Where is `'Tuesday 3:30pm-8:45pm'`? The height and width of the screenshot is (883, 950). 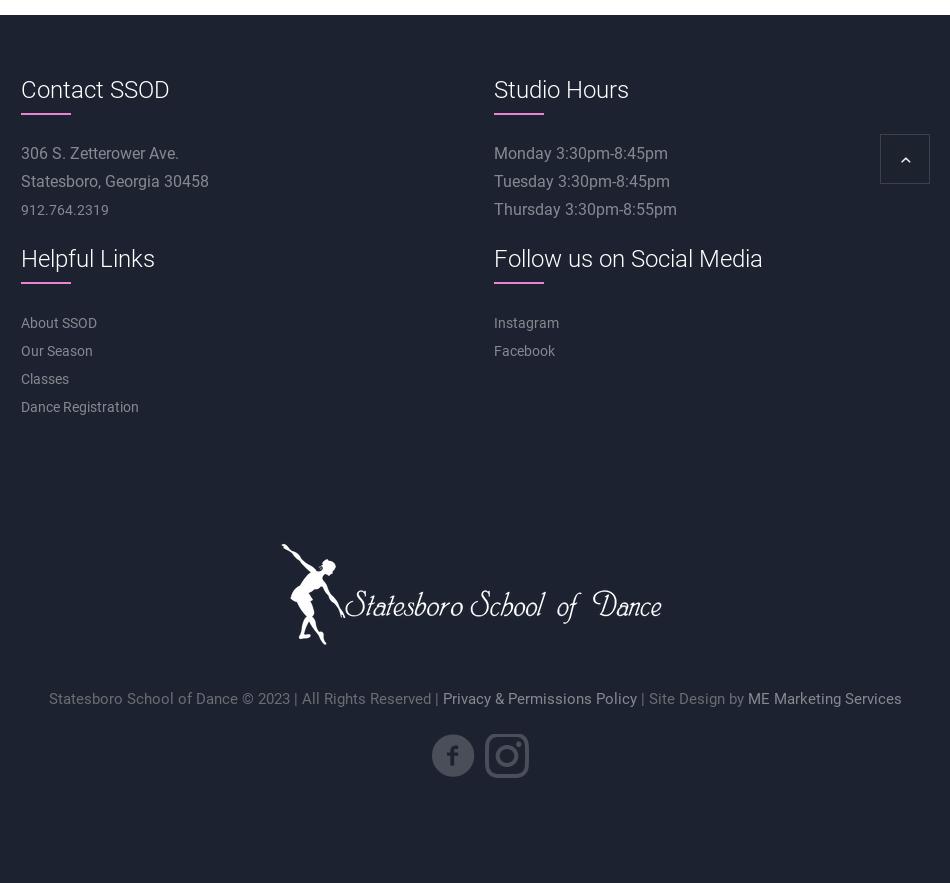 'Tuesday 3:30pm-8:45pm' is located at coordinates (581, 180).